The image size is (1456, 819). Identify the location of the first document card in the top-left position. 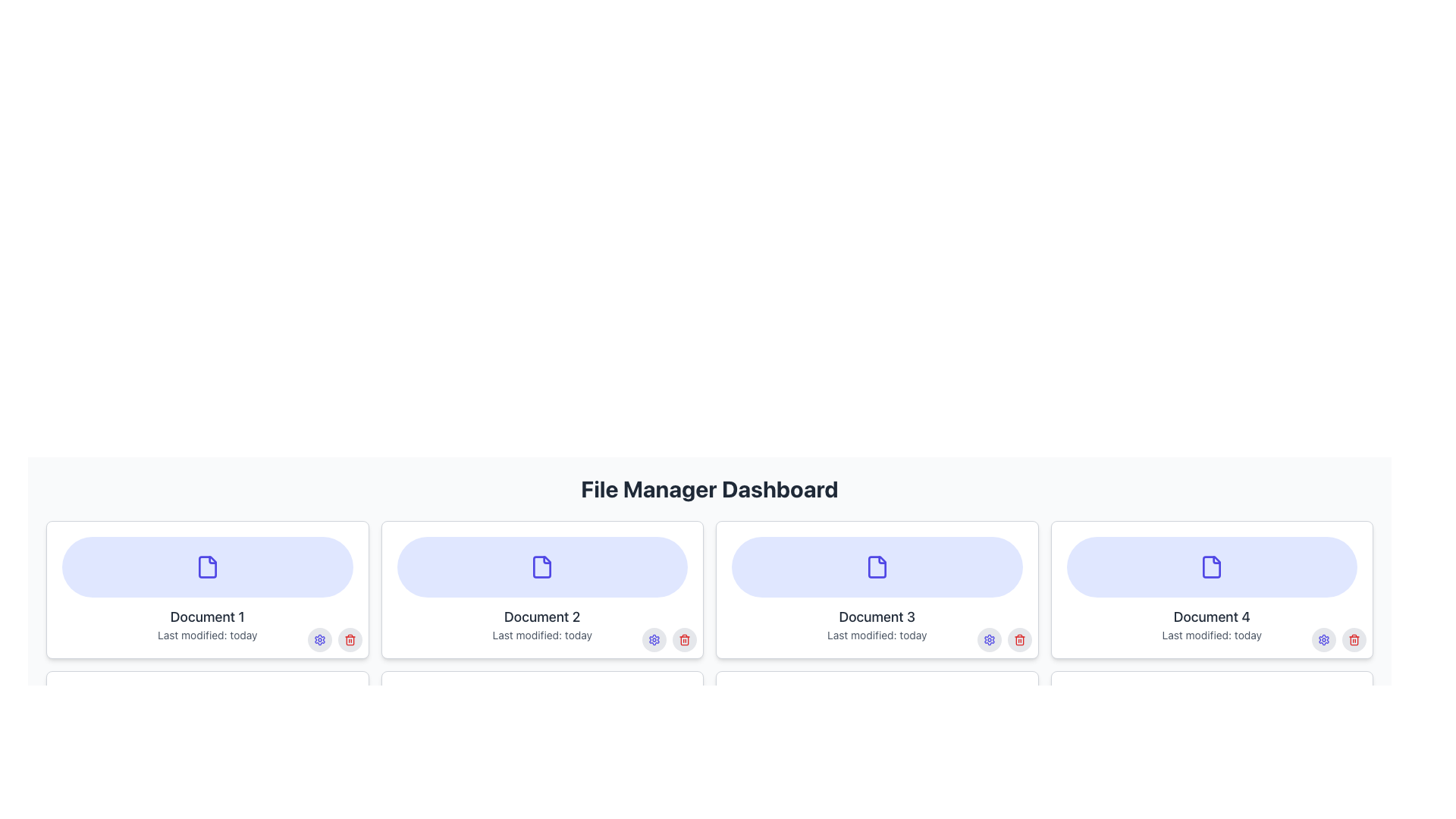
(206, 589).